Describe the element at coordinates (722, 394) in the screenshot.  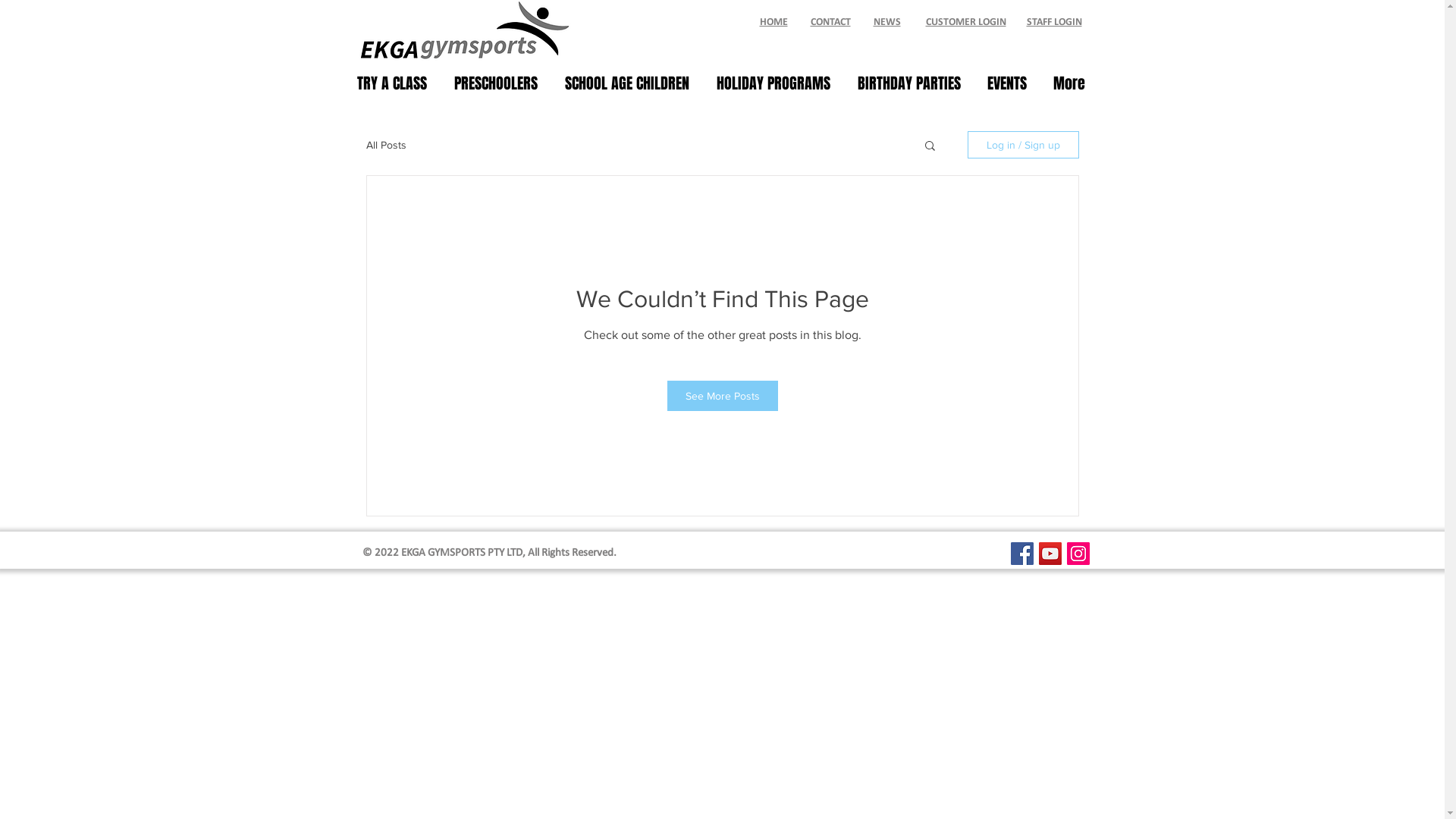
I see `'See More Posts'` at that location.